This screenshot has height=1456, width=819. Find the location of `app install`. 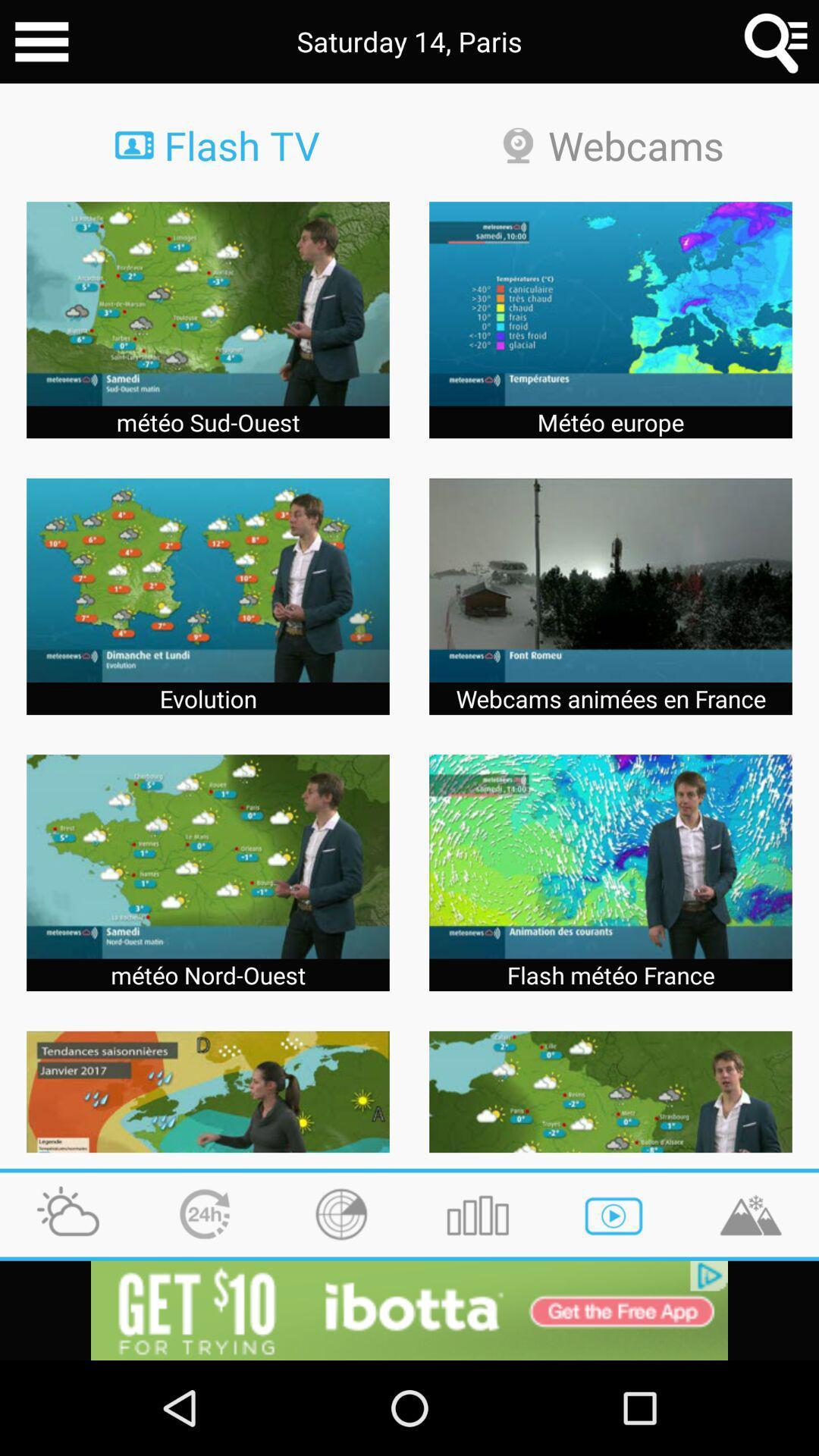

app install is located at coordinates (409, 1310).